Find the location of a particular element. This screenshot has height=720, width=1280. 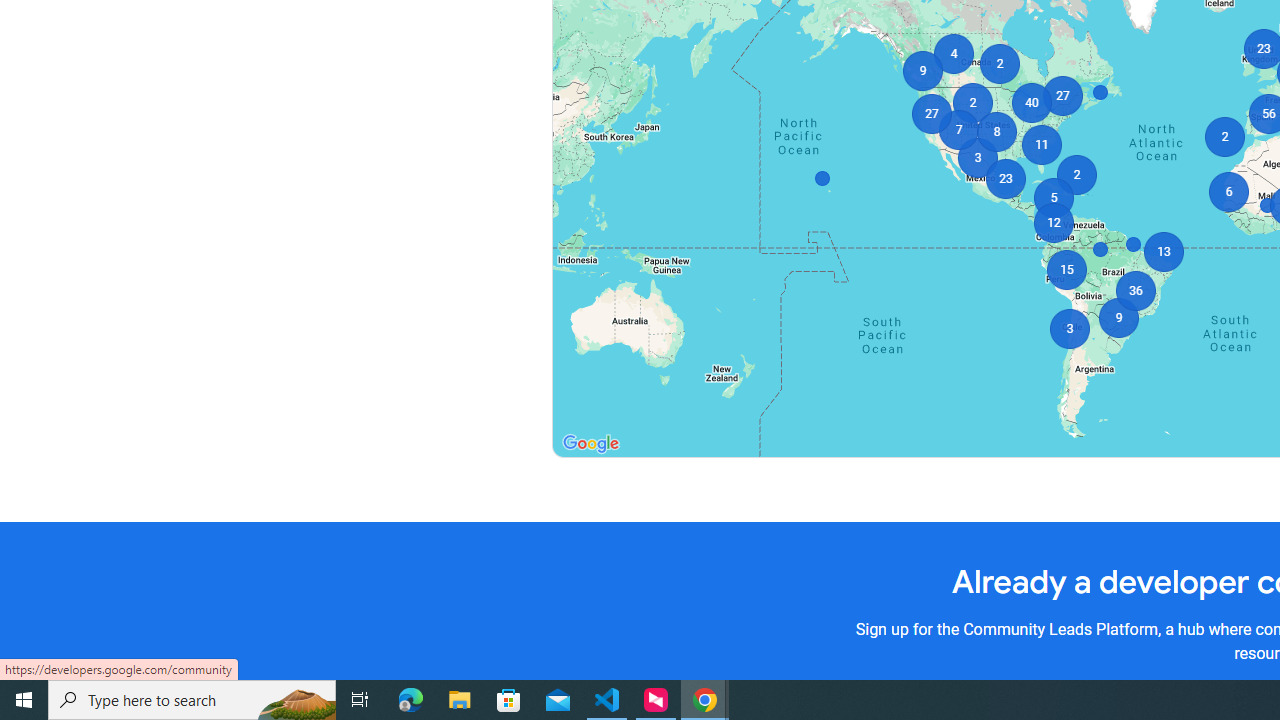

'2' is located at coordinates (1075, 173).